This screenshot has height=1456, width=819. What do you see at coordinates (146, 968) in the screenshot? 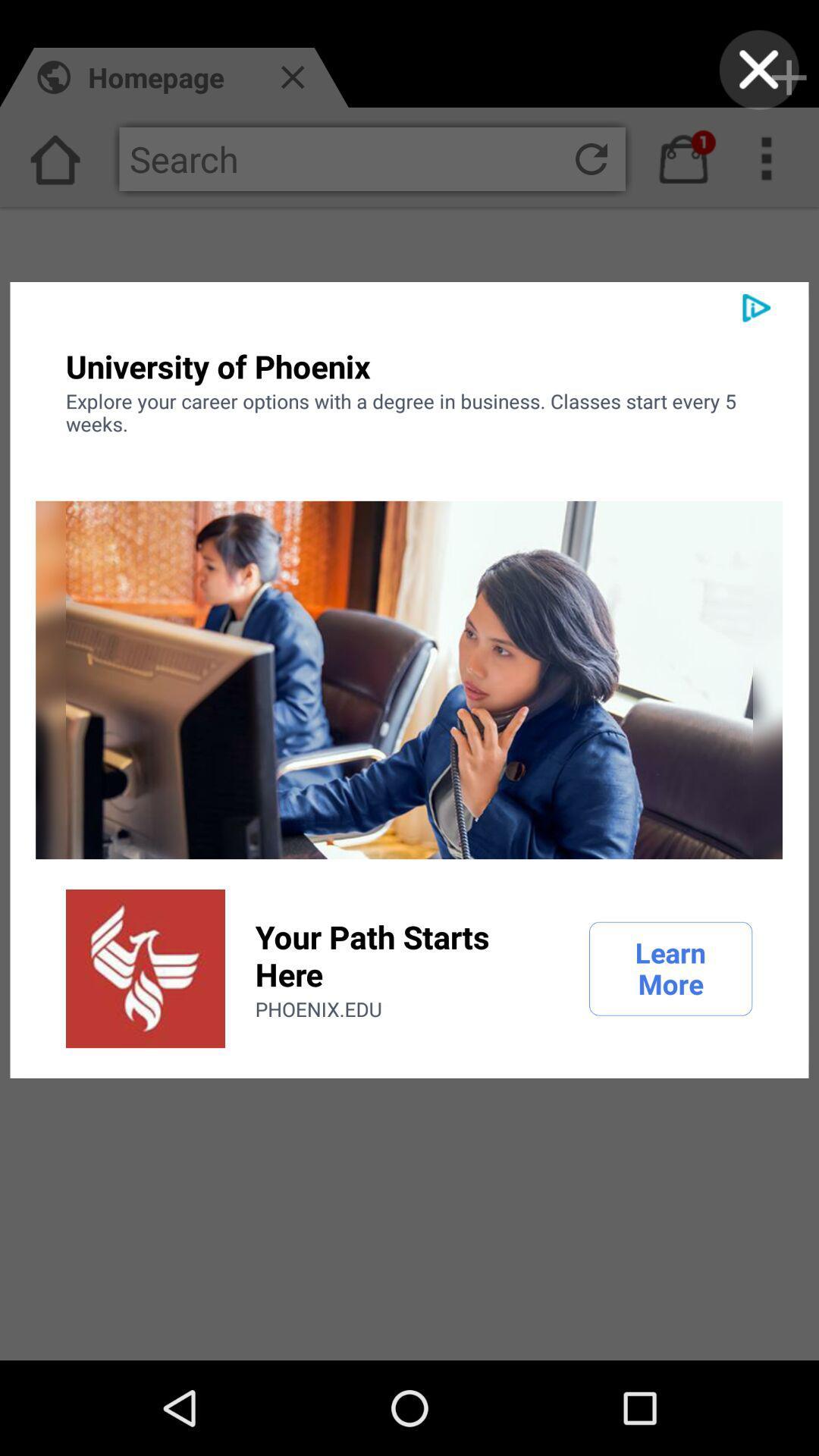
I see `the icon to the left of your path starts icon` at bounding box center [146, 968].